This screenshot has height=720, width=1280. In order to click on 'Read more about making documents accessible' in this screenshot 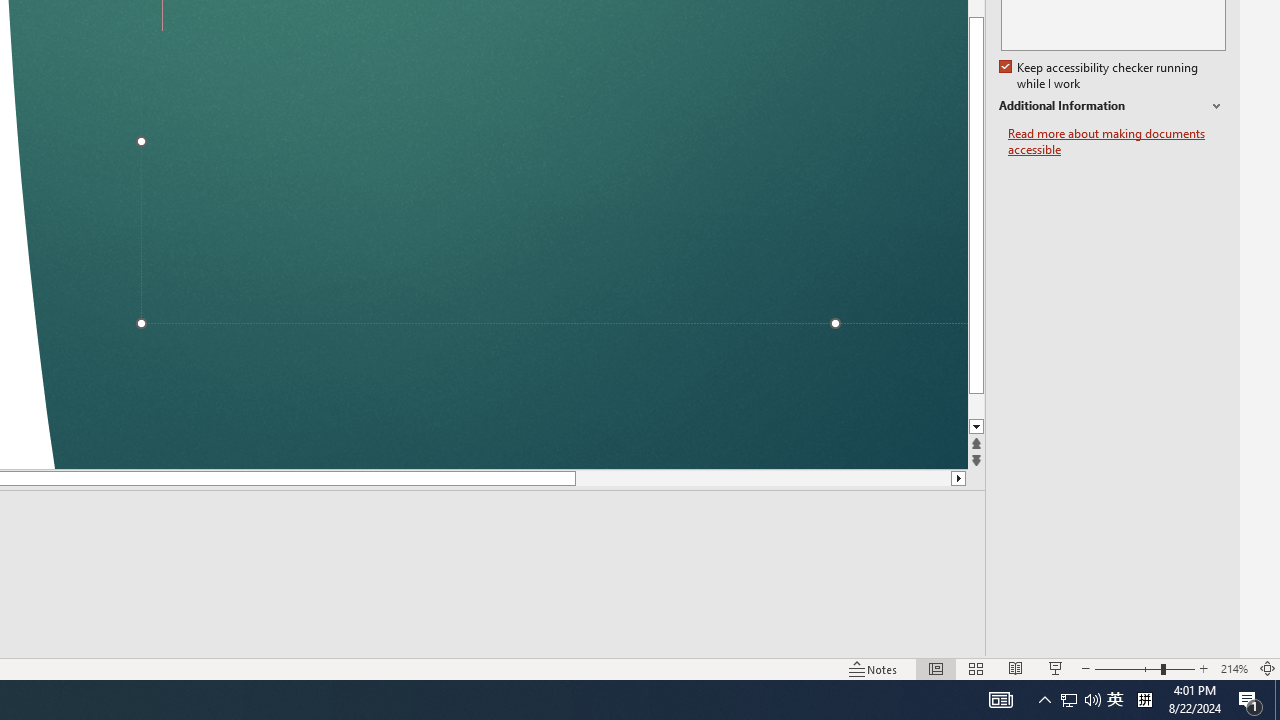, I will do `click(1116, 141)`.